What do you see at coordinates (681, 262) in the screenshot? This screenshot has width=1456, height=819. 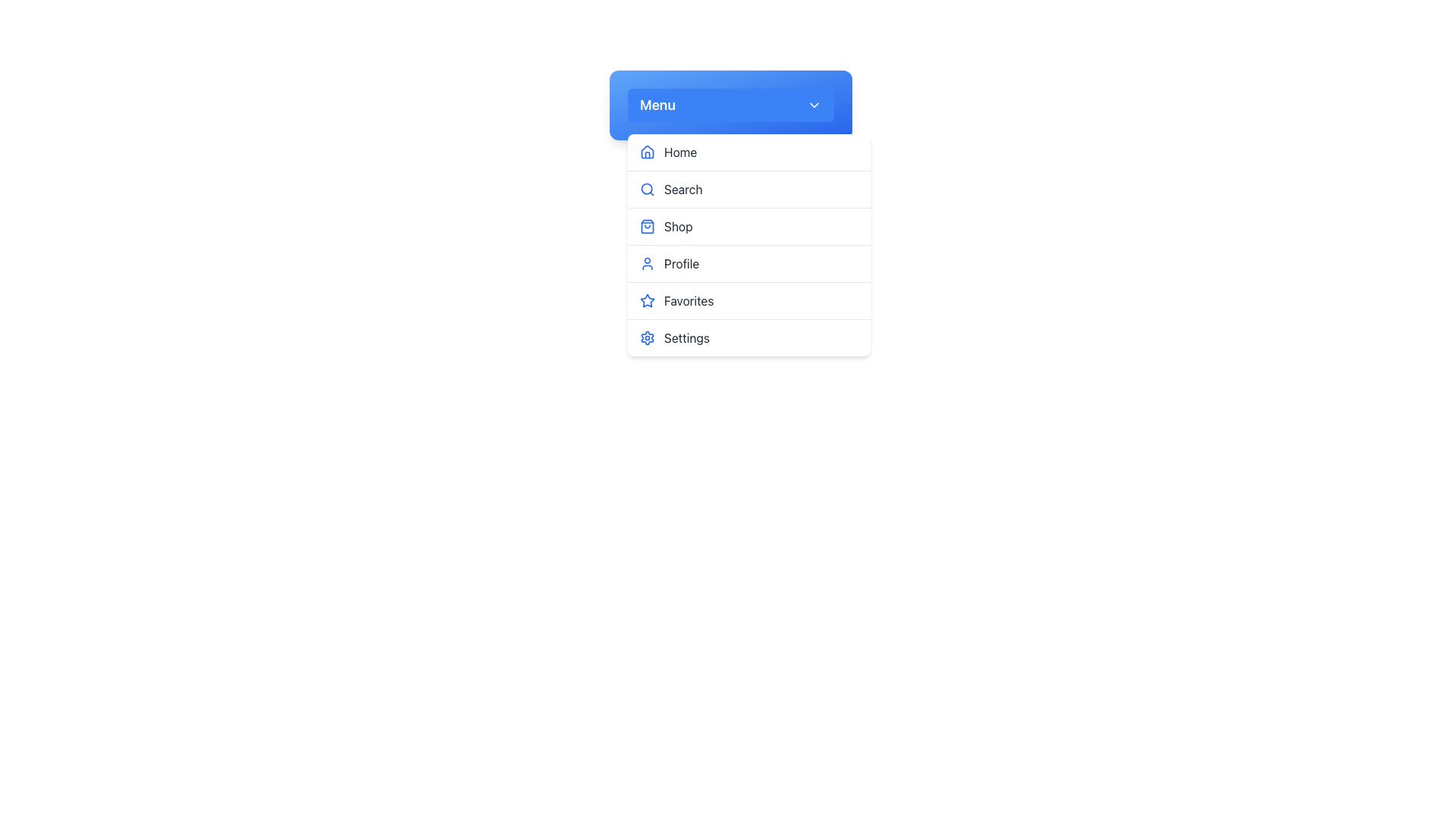 I see `the 'Profile' text label in the vertical list menu` at bounding box center [681, 262].